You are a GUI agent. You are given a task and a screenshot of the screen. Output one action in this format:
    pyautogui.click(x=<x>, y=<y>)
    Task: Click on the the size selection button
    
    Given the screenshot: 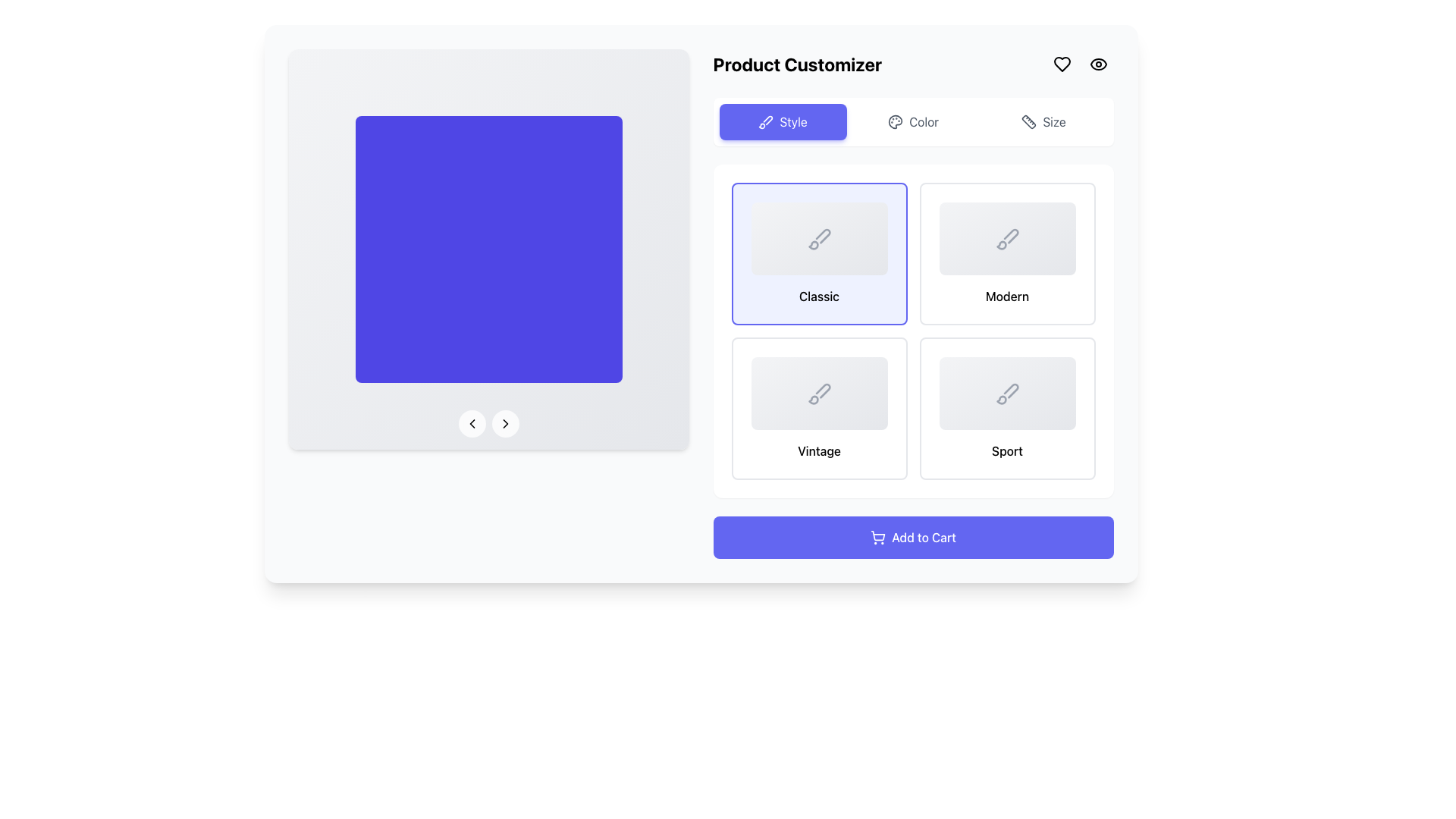 What is the action you would take?
    pyautogui.click(x=1043, y=121)
    